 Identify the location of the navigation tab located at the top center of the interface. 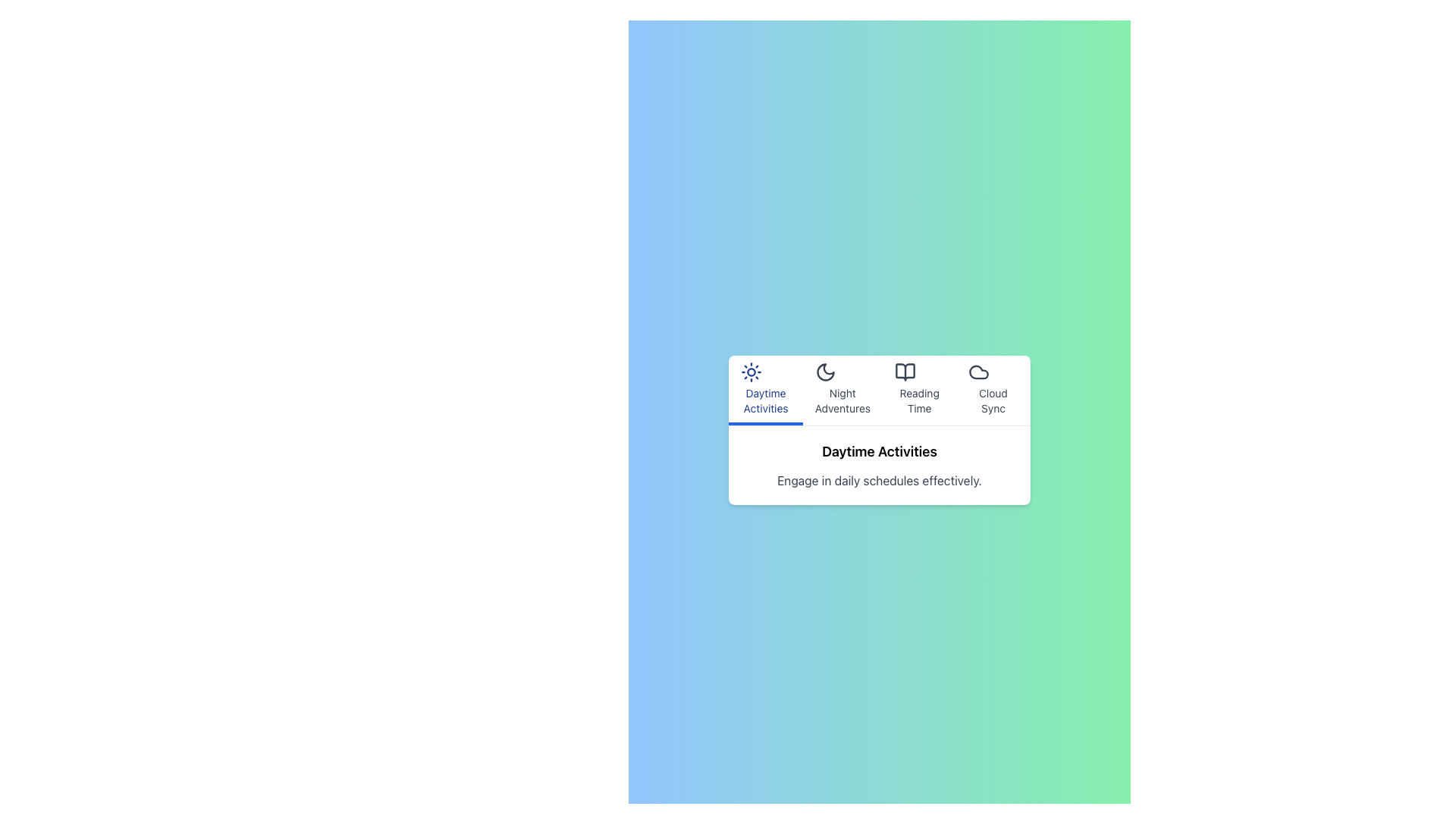
(880, 390).